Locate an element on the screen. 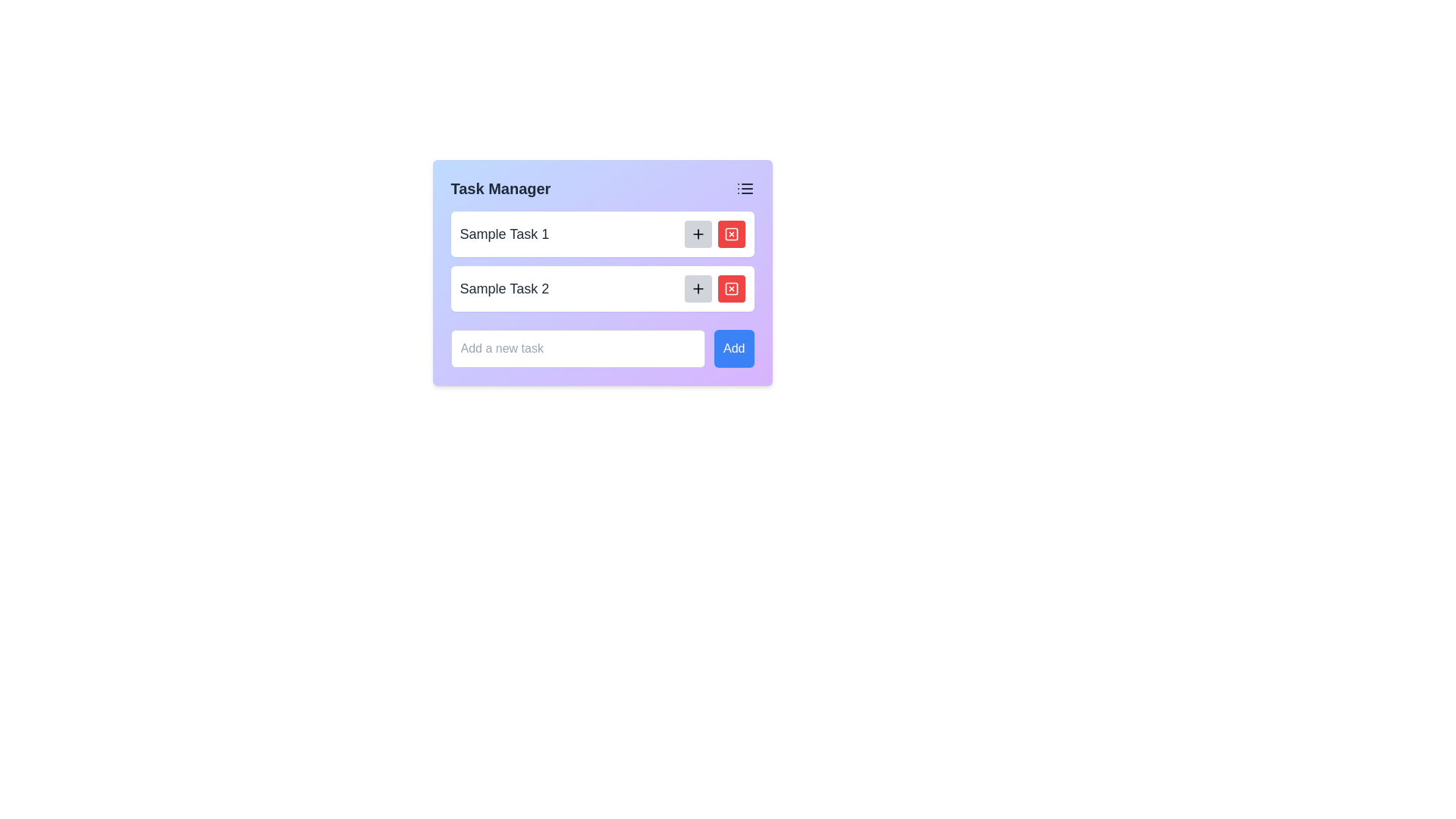 This screenshot has width=1456, height=819. the delete button located to the right of the 'Sample Task 2' entry in the task list is located at coordinates (731, 289).